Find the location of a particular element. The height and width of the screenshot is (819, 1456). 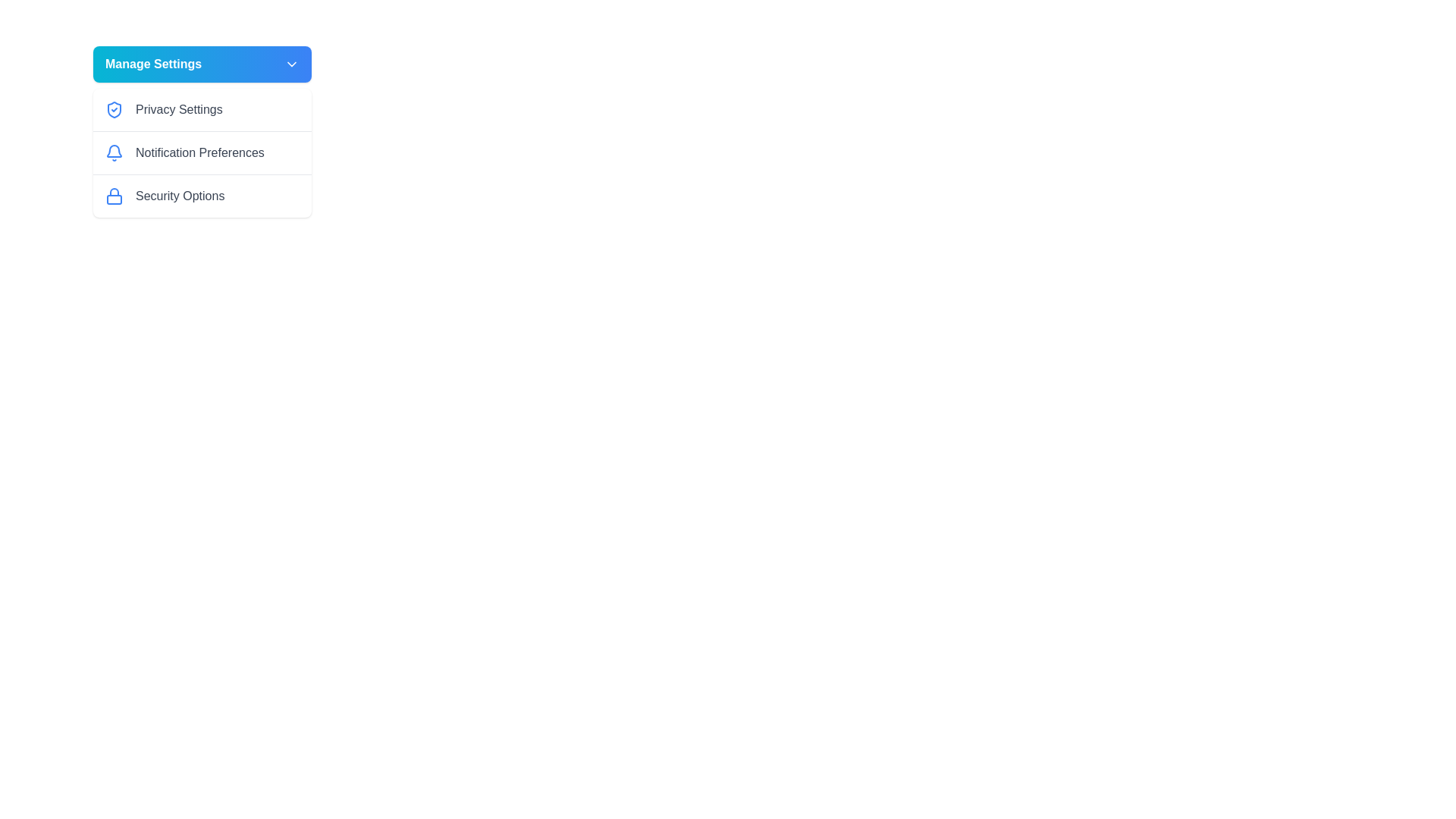

the 'Notification Preferences' dropdown menu item is located at coordinates (202, 152).